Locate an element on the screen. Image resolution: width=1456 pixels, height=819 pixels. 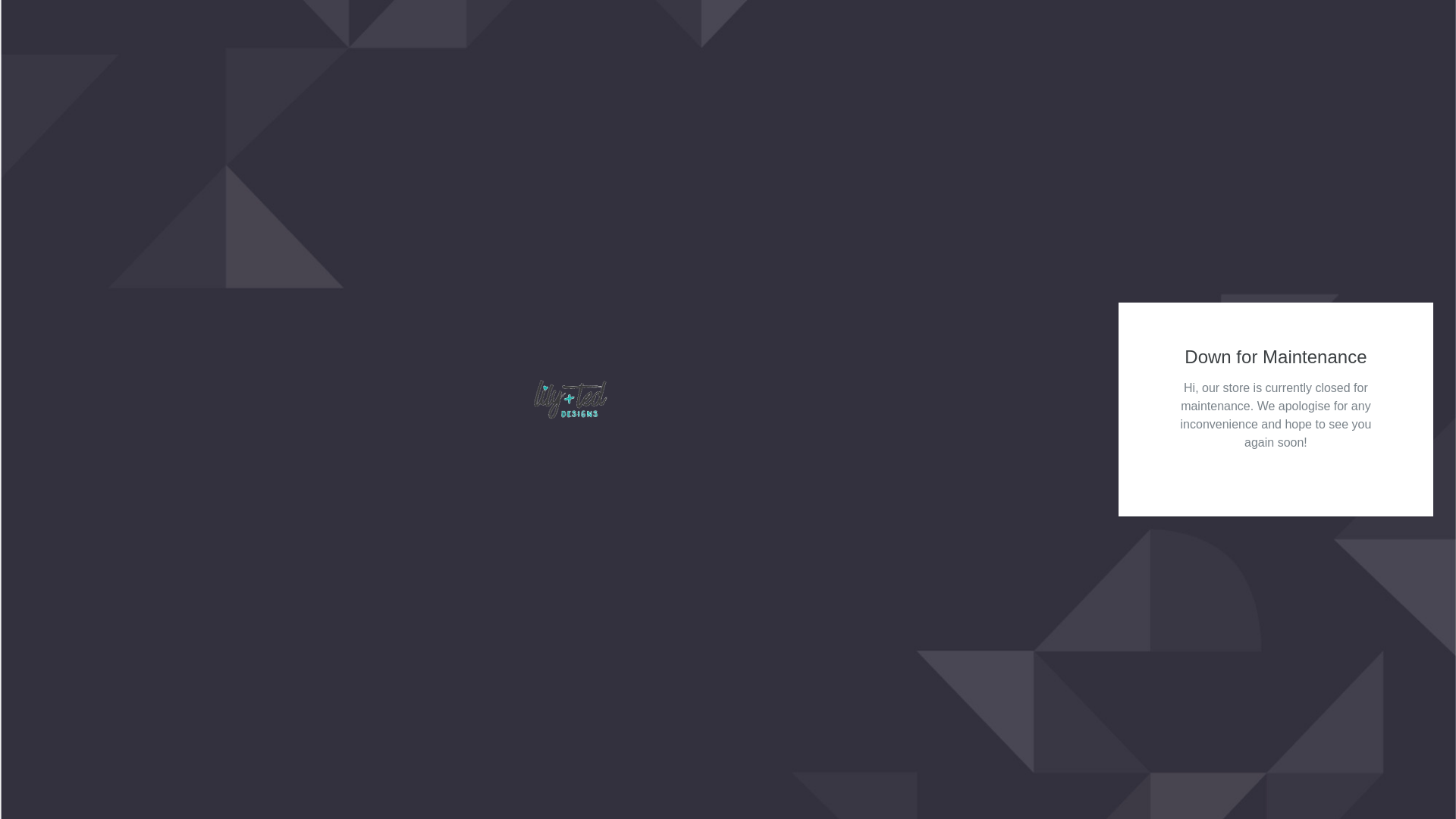
'lily+ted designs' is located at coordinates (570, 397).